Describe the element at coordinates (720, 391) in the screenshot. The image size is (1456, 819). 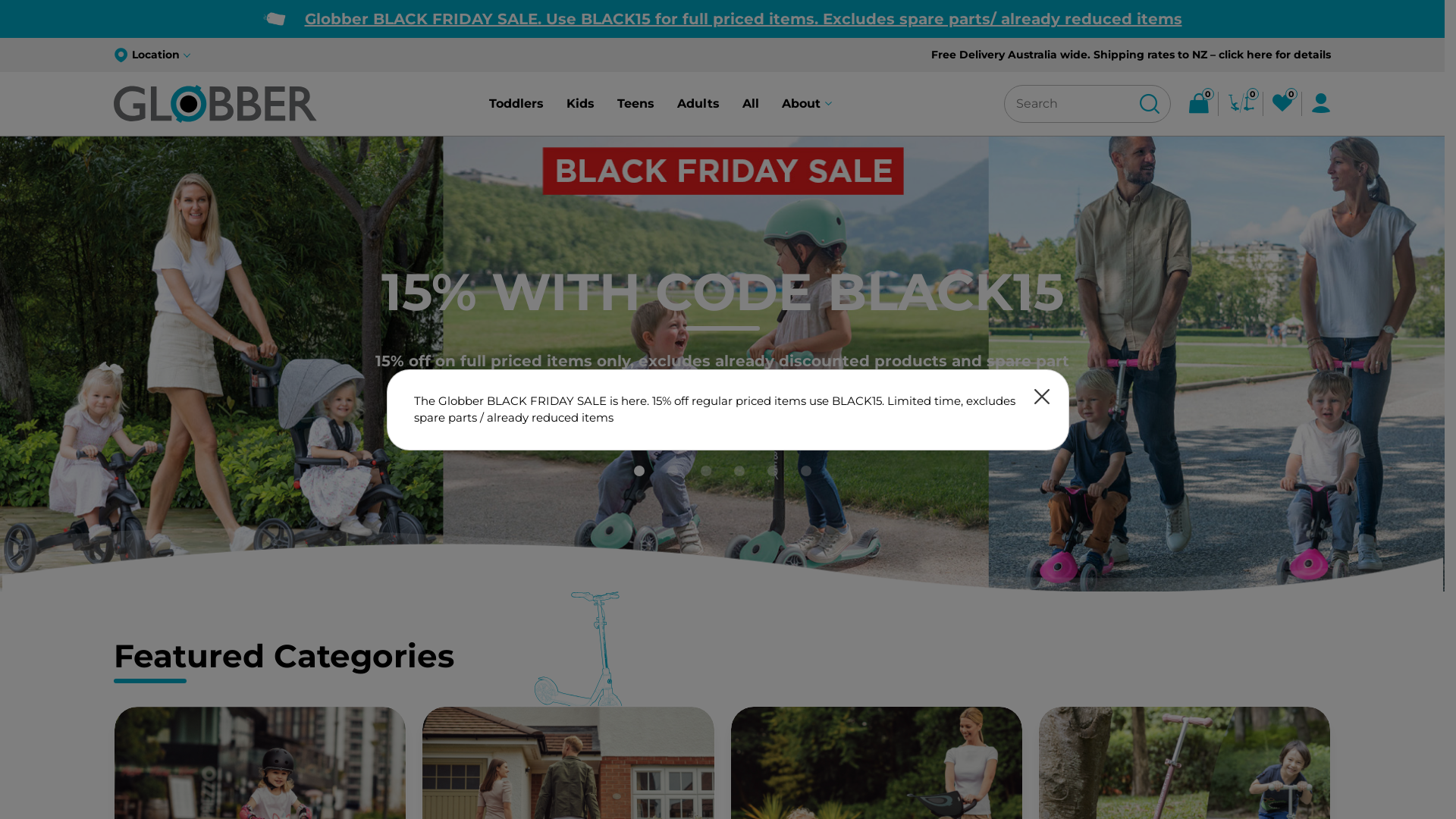
I see `'See the whole range'` at that location.